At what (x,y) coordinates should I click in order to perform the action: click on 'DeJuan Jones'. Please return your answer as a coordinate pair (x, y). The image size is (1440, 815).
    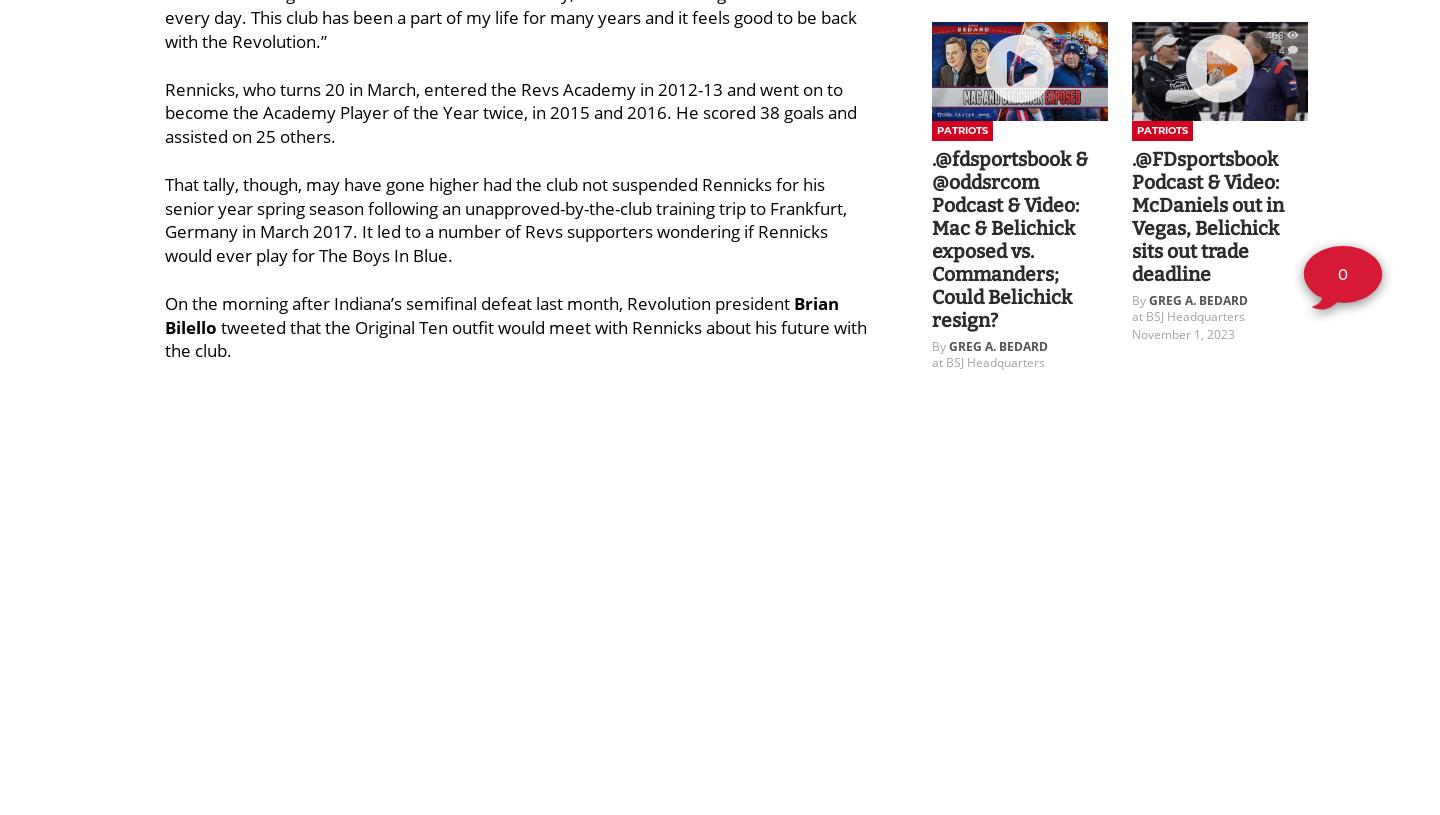
    Looking at the image, I should click on (284, 634).